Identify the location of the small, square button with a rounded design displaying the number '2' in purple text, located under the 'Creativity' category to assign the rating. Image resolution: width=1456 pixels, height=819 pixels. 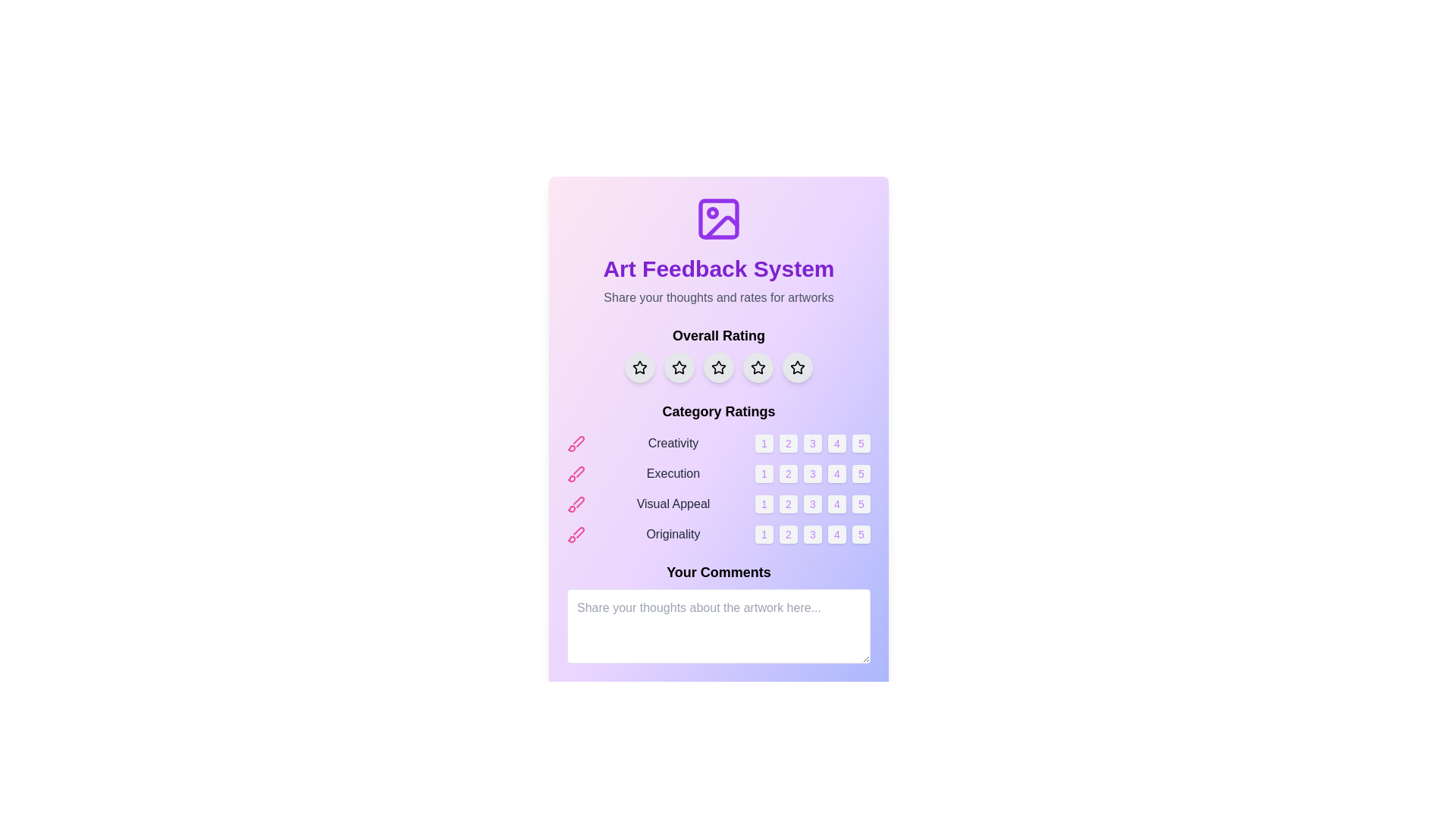
(789, 444).